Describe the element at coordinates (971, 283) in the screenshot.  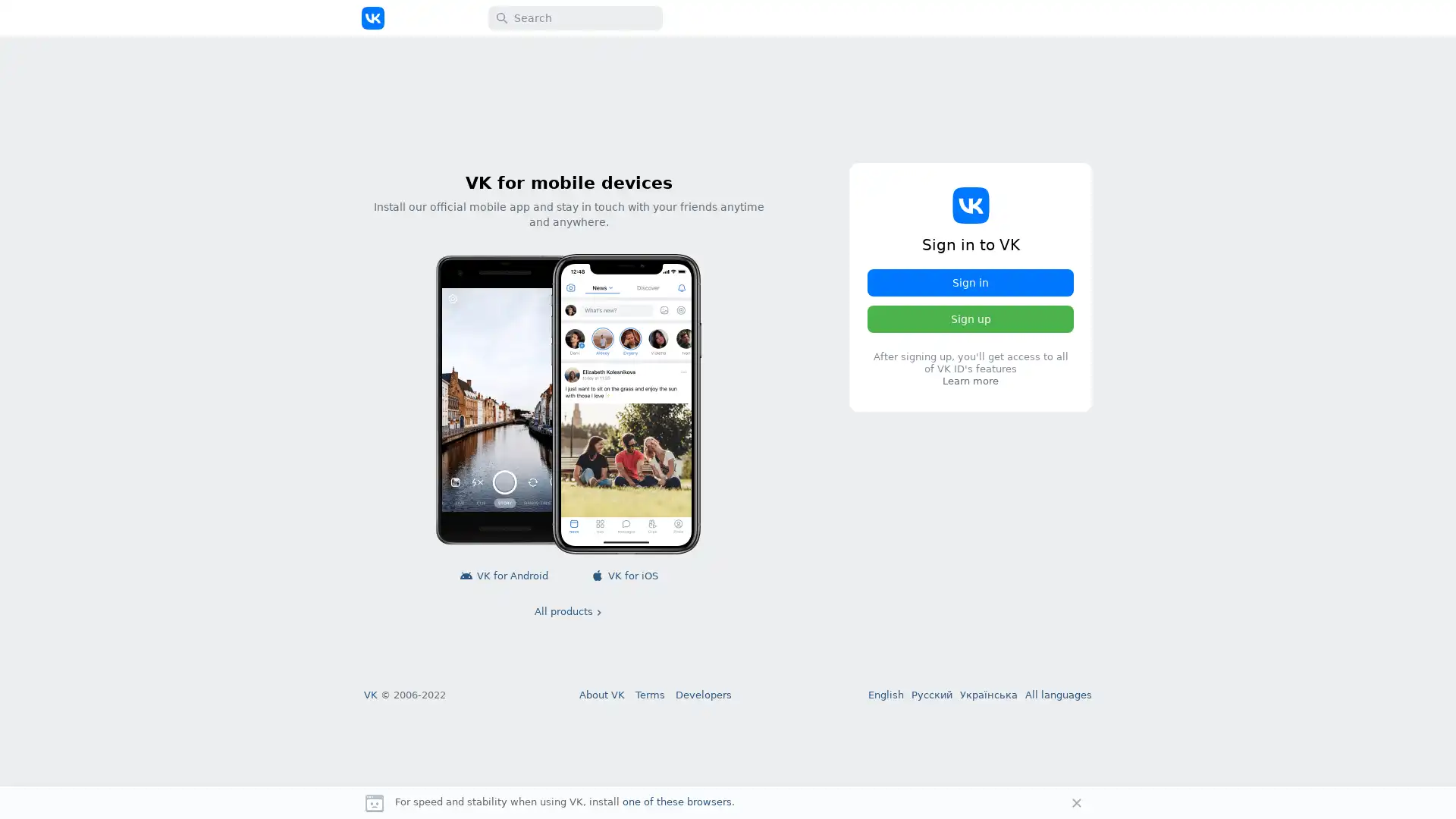
I see `Sign in` at that location.